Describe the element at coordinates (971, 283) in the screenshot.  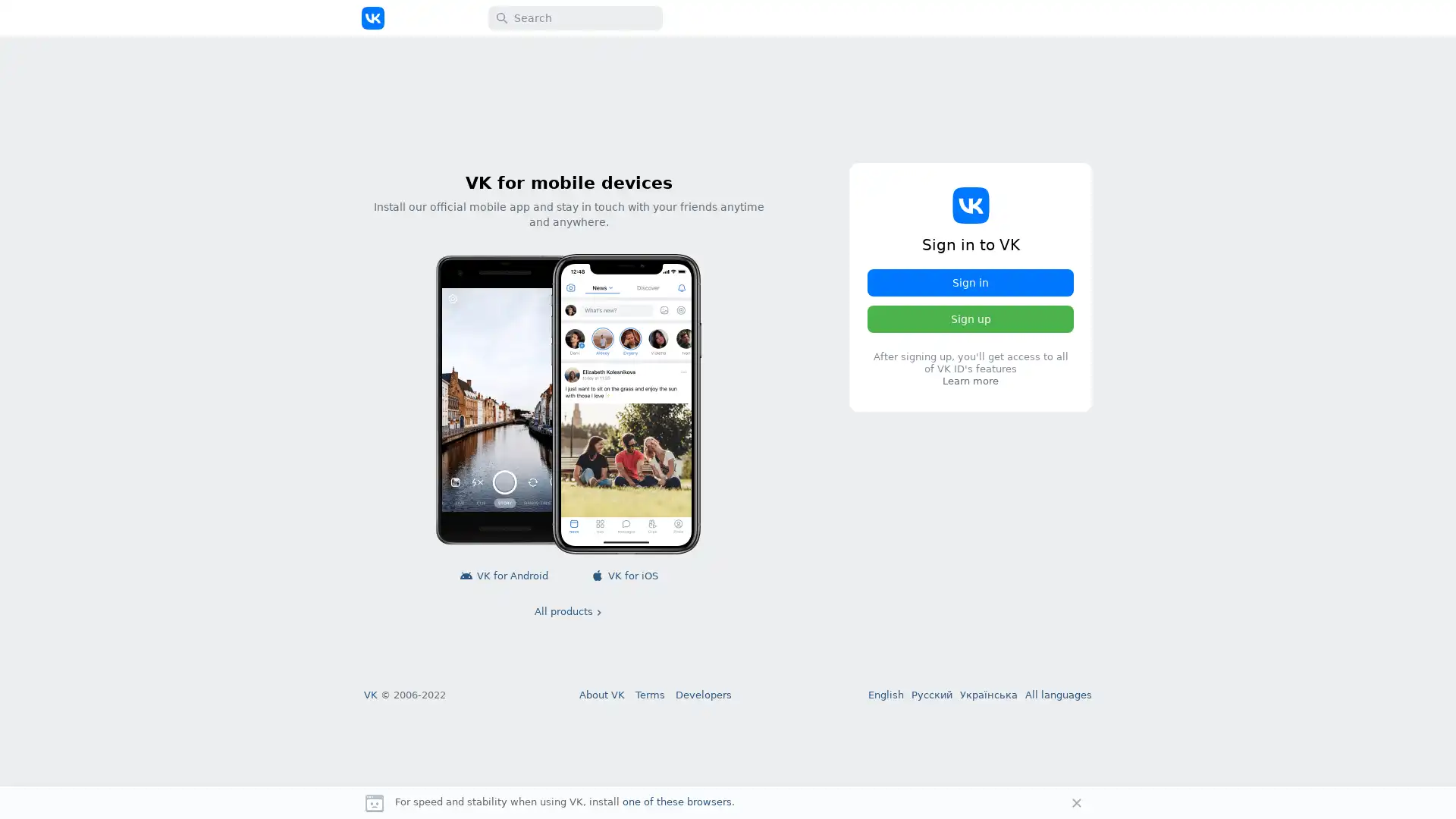
I see `Sign in` at that location.